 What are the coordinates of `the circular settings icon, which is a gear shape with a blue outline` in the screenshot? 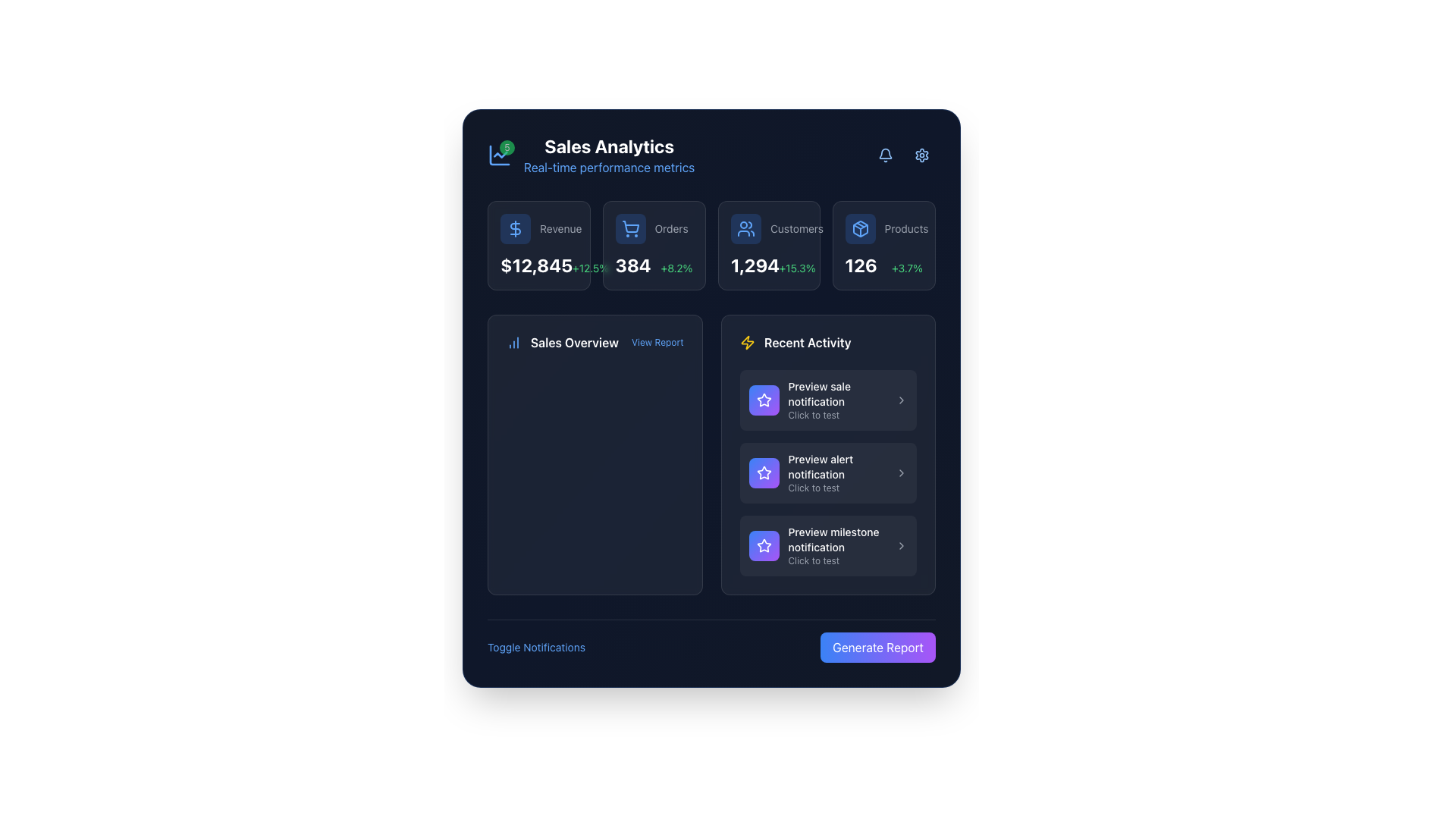 It's located at (921, 155).